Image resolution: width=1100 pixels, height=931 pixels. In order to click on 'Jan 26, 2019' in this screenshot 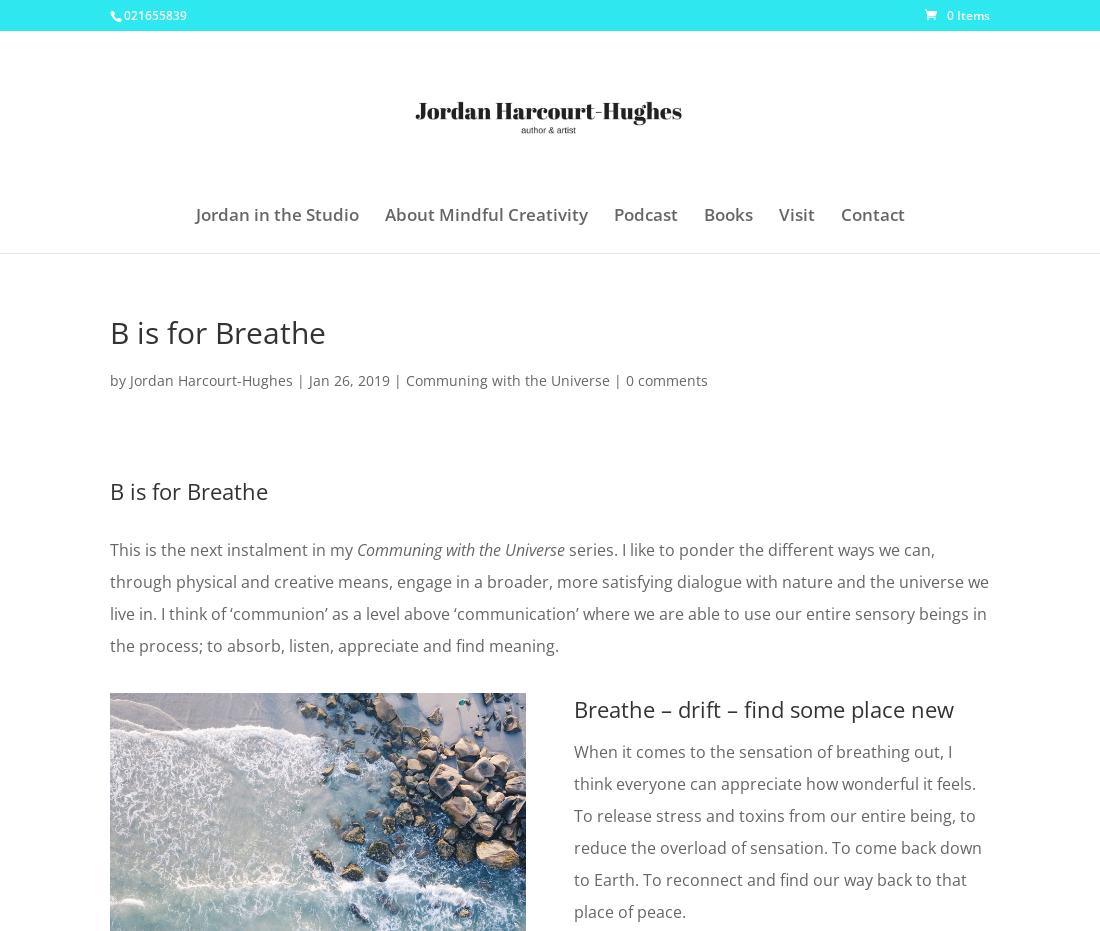, I will do `click(349, 380)`.